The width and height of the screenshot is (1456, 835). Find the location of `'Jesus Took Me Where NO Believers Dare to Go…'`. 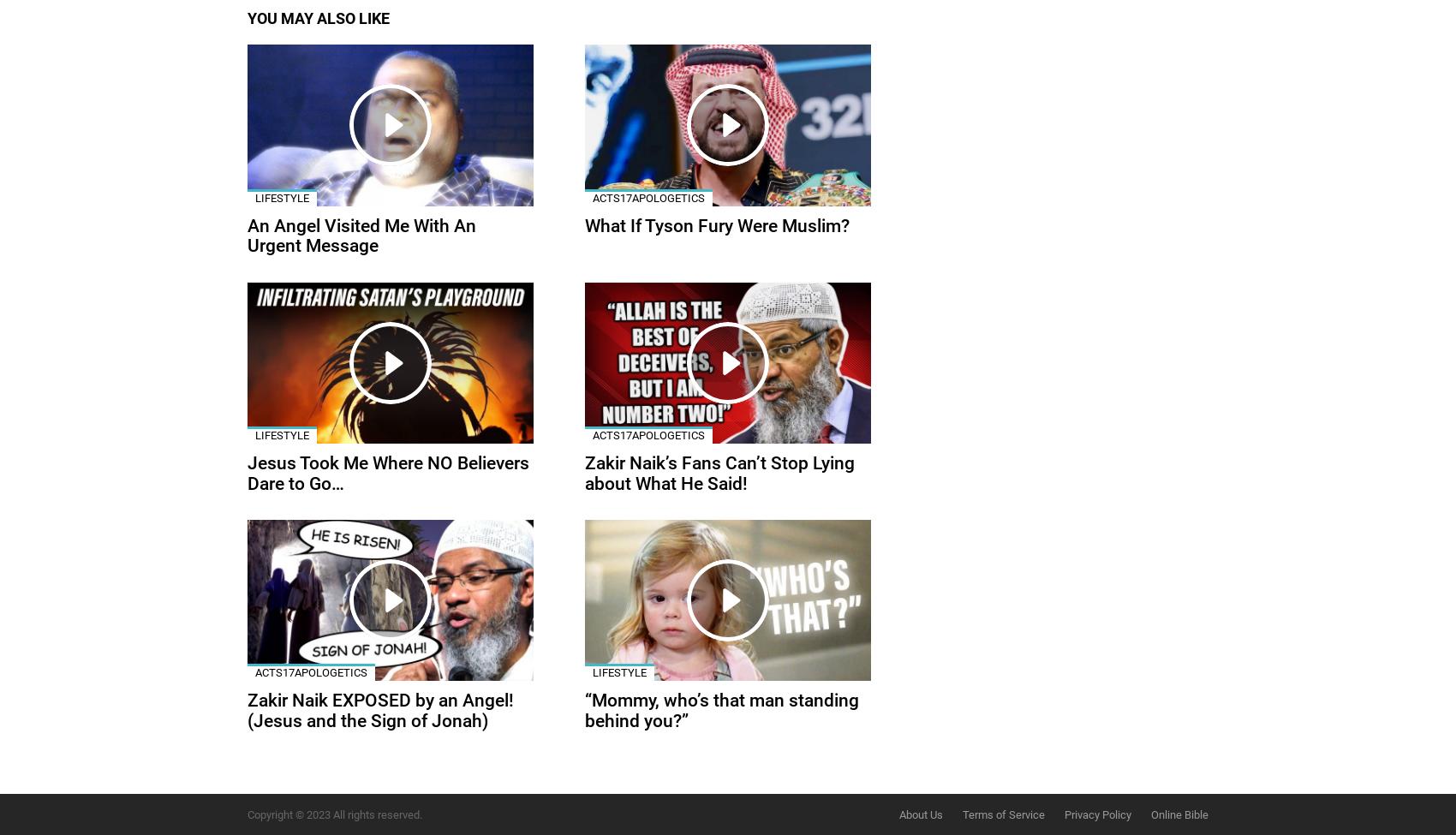

'Jesus Took Me Where NO Believers Dare to Go…' is located at coordinates (388, 472).